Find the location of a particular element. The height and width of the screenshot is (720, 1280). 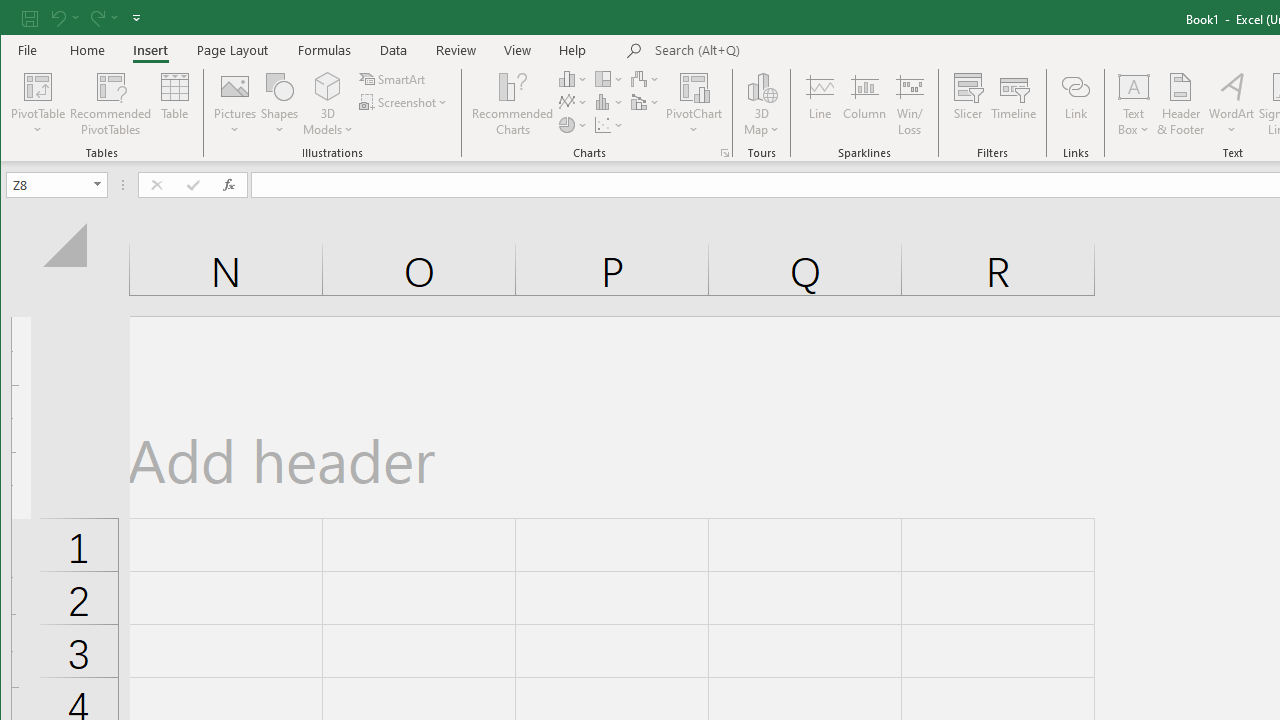

'Insert Waterfall, Funnel, Stock, Surface, or Radar Chart' is located at coordinates (646, 78).